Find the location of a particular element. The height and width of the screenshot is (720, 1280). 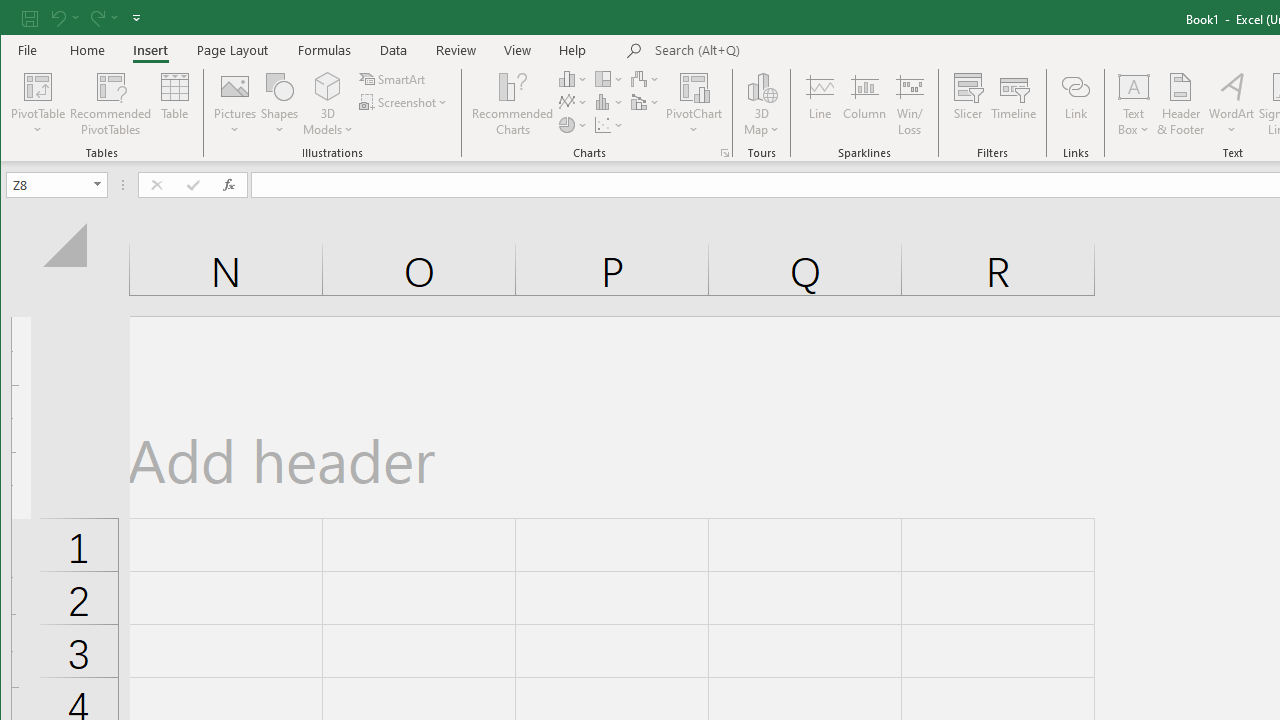

'Insert Waterfall, Funnel, Stock, Surface, or Radar Chart' is located at coordinates (646, 78).